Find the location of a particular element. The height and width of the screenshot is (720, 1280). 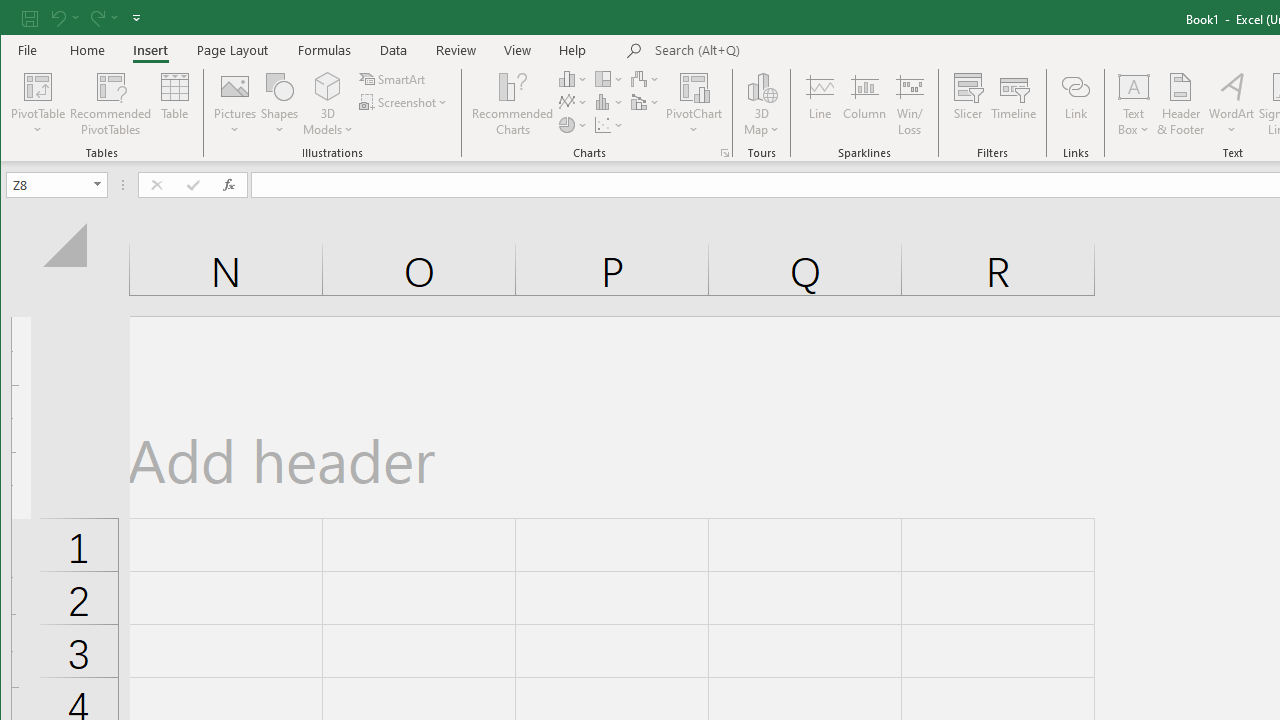

'Insert Waterfall, Funnel, Stock, Surface, or Radar Chart' is located at coordinates (646, 78).